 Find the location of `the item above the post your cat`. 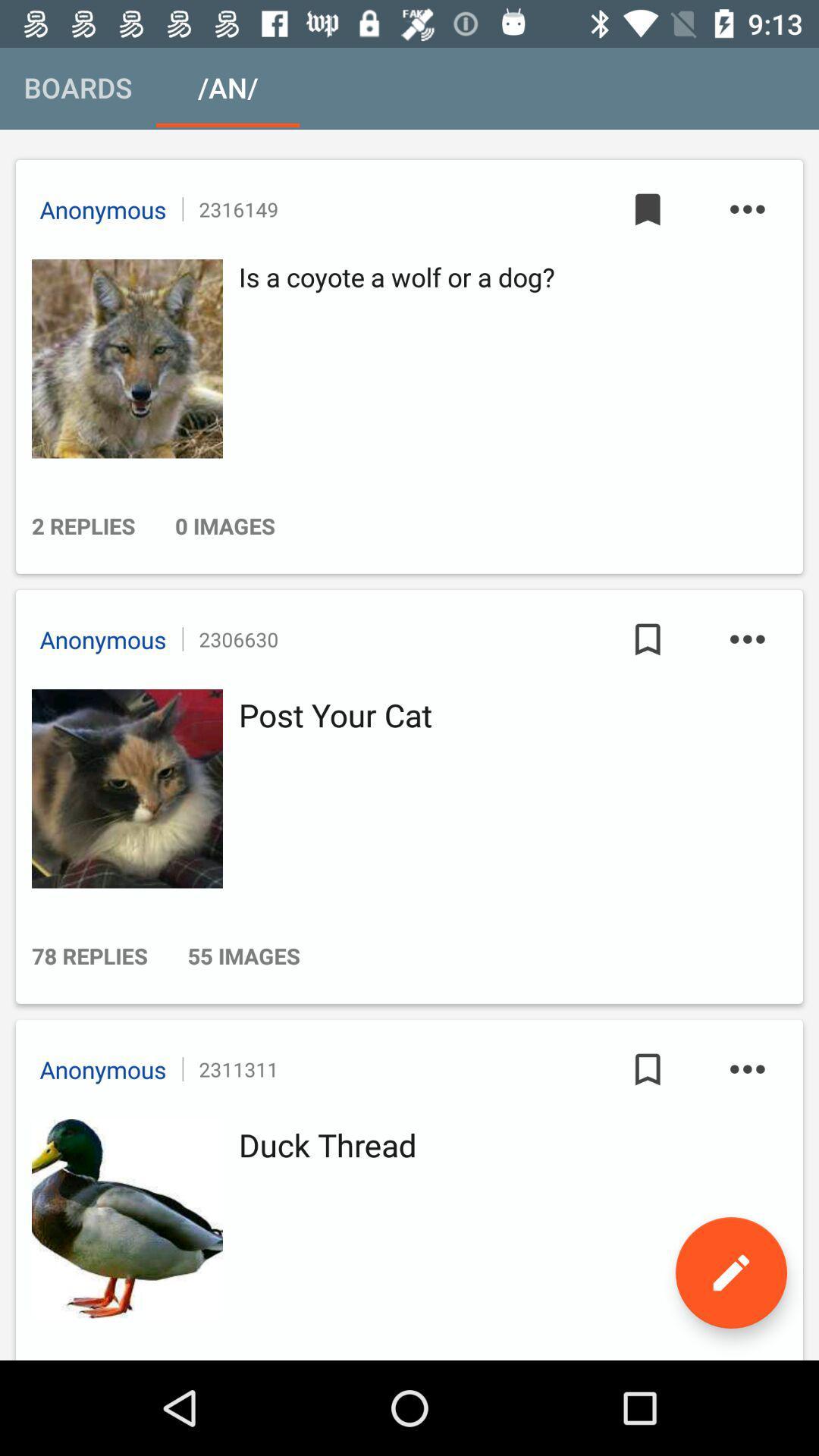

the item above the post your cat is located at coordinates (648, 639).